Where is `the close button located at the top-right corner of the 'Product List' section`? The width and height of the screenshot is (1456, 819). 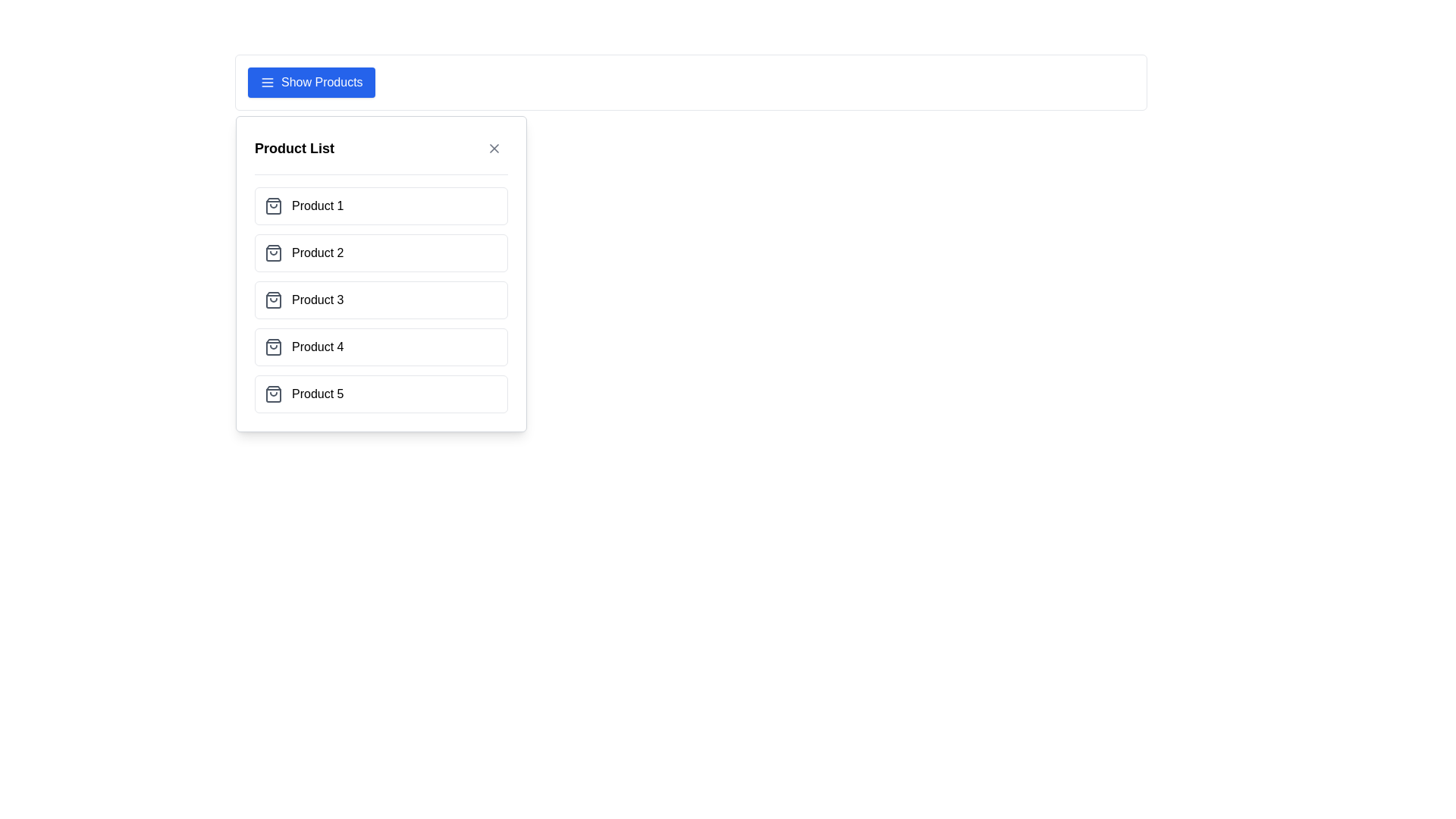 the close button located at the top-right corner of the 'Product List' section is located at coordinates (494, 149).